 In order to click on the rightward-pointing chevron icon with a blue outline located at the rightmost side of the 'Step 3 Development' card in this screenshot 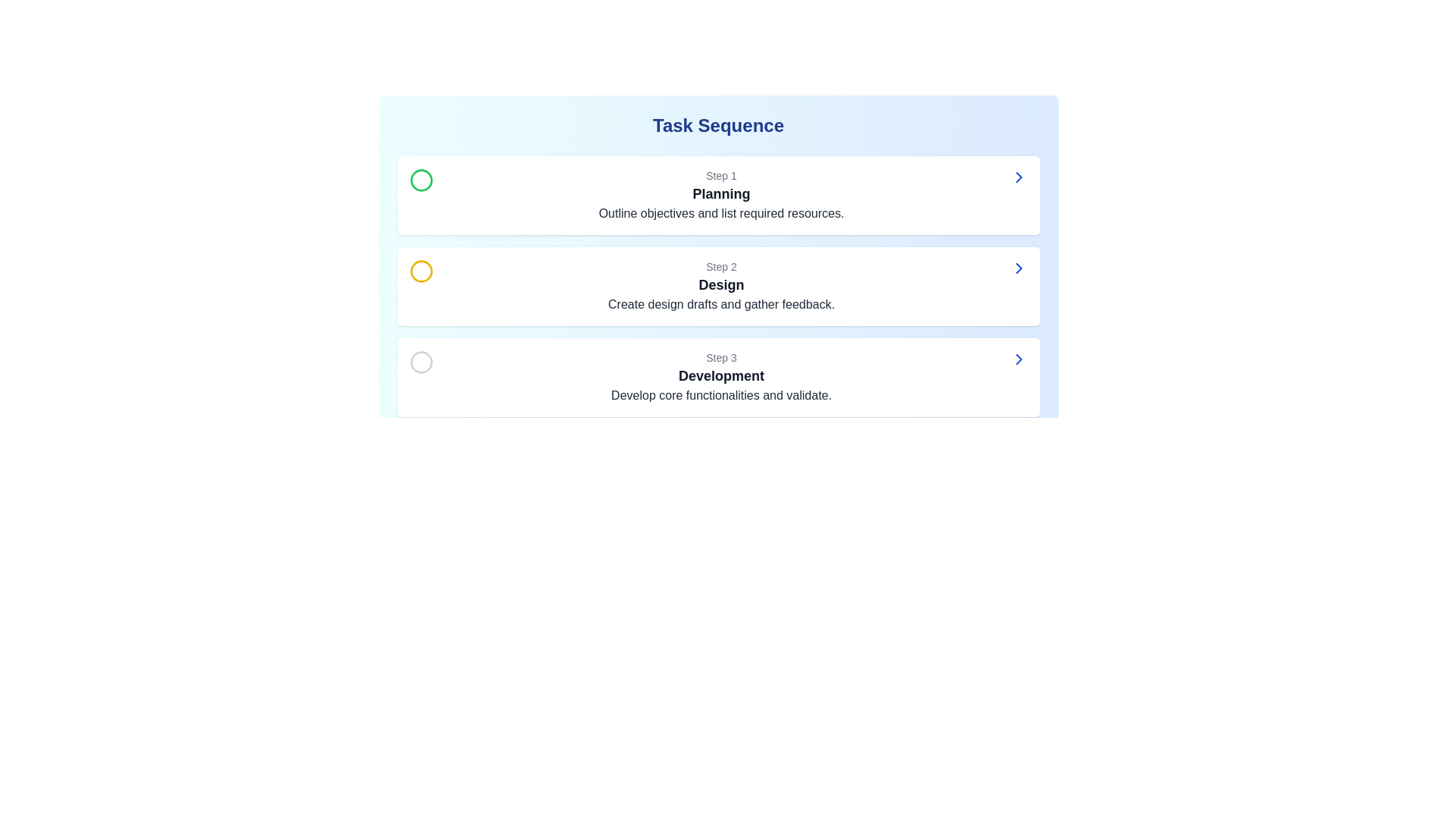, I will do `click(1018, 359)`.